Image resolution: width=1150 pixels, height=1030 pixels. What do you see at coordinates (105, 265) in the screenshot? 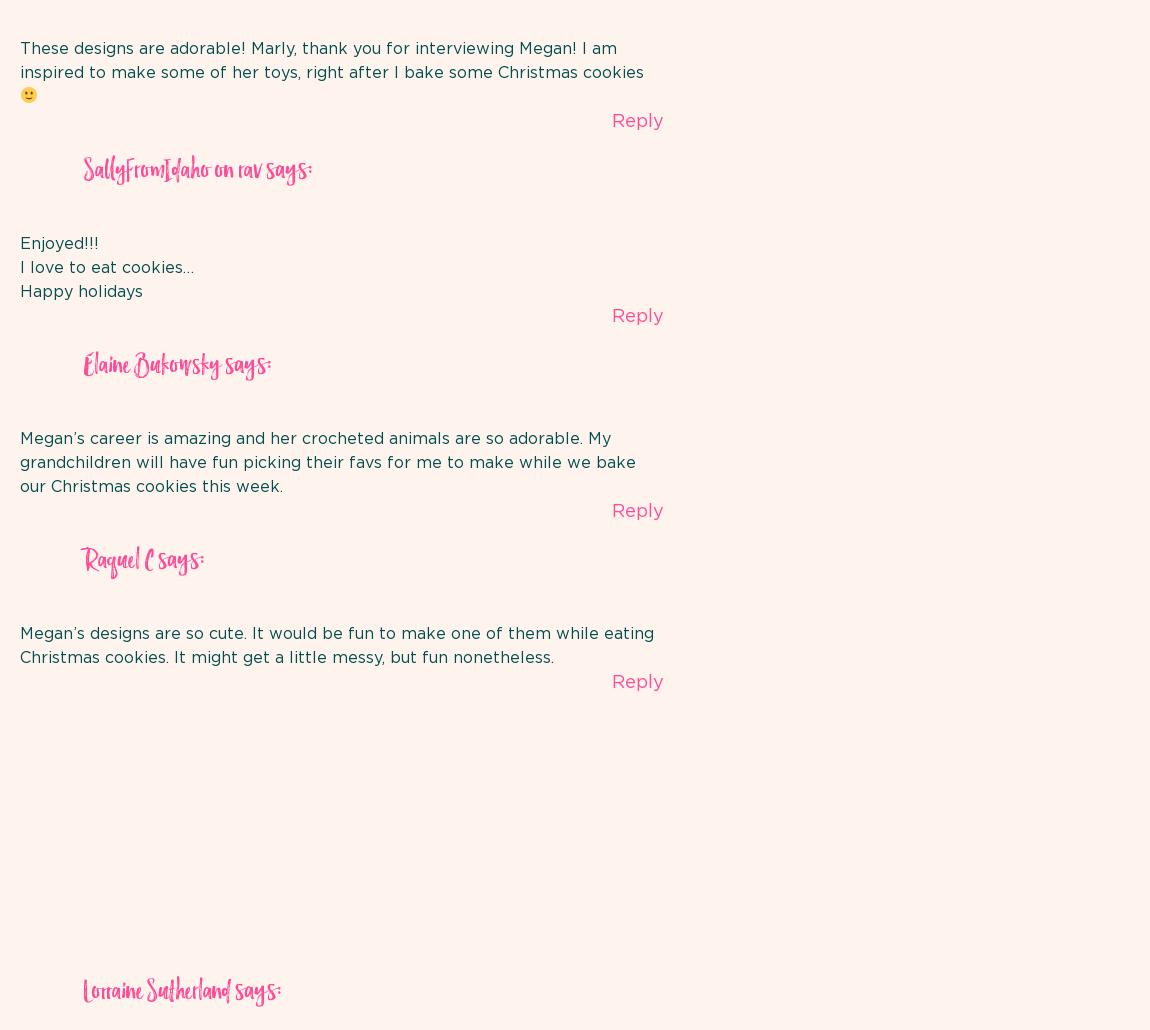
I see `'I love to eat cookies…'` at bounding box center [105, 265].